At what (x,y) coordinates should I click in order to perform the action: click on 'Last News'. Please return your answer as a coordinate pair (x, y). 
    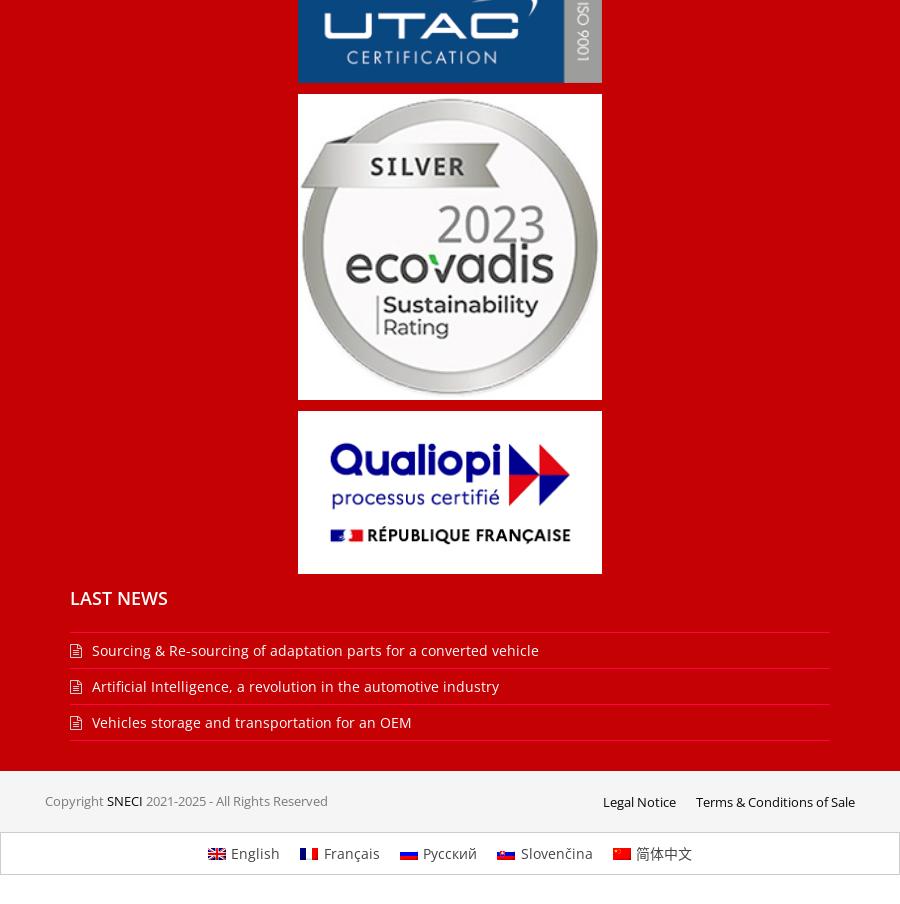
    Looking at the image, I should click on (118, 596).